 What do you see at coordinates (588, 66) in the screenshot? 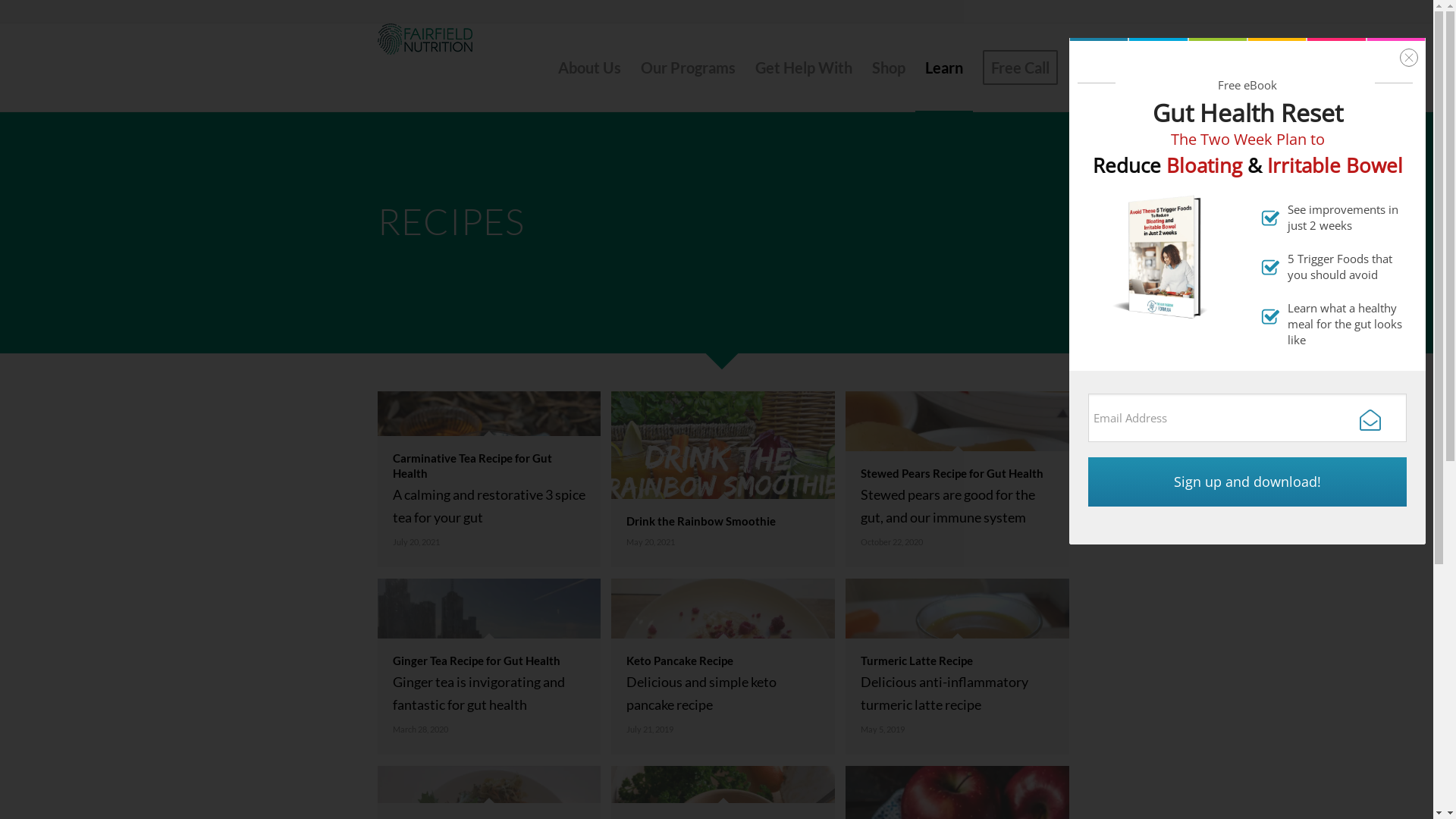
I see `'About Us'` at bounding box center [588, 66].